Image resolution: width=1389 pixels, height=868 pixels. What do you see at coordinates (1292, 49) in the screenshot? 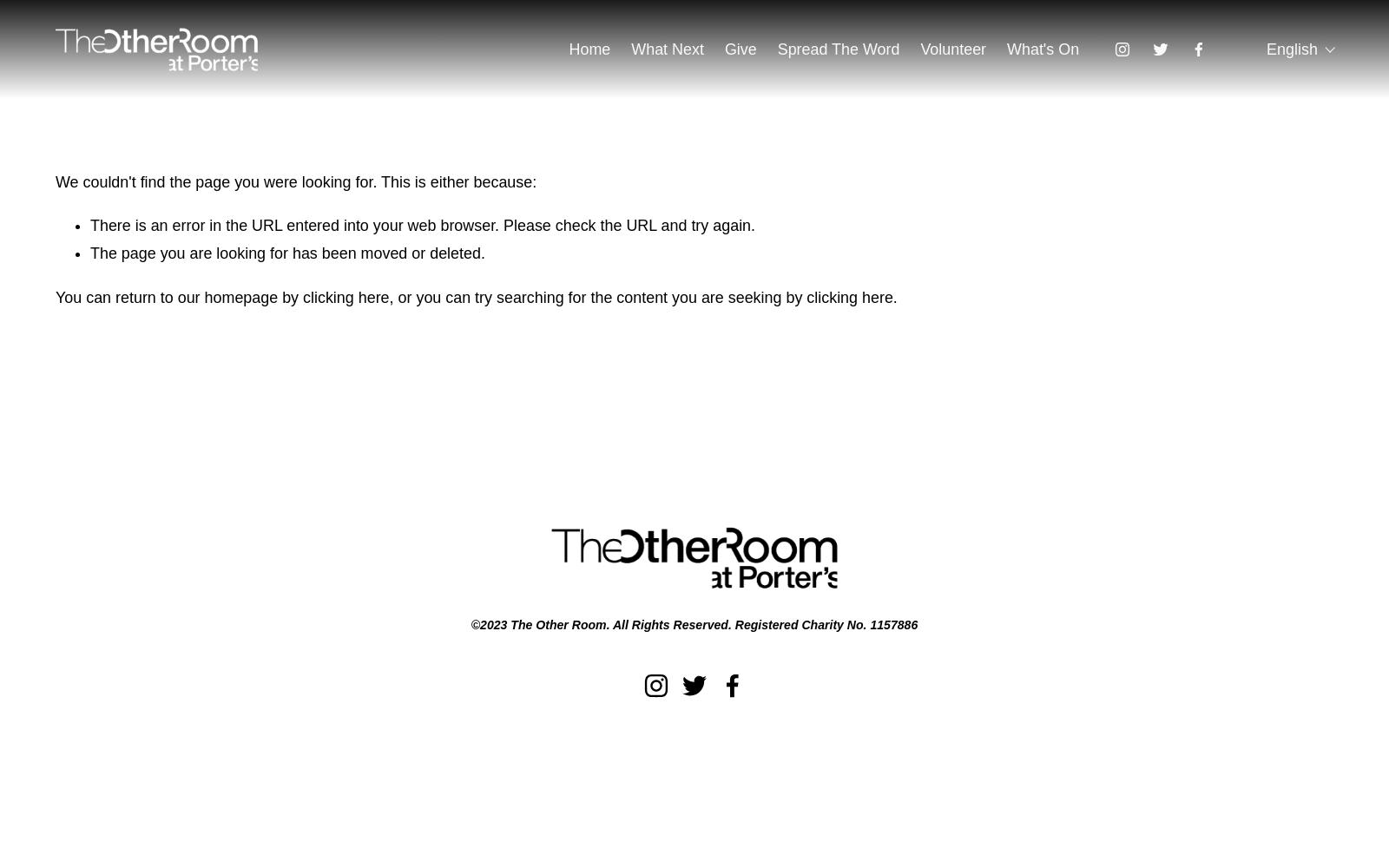
I see `'English'` at bounding box center [1292, 49].